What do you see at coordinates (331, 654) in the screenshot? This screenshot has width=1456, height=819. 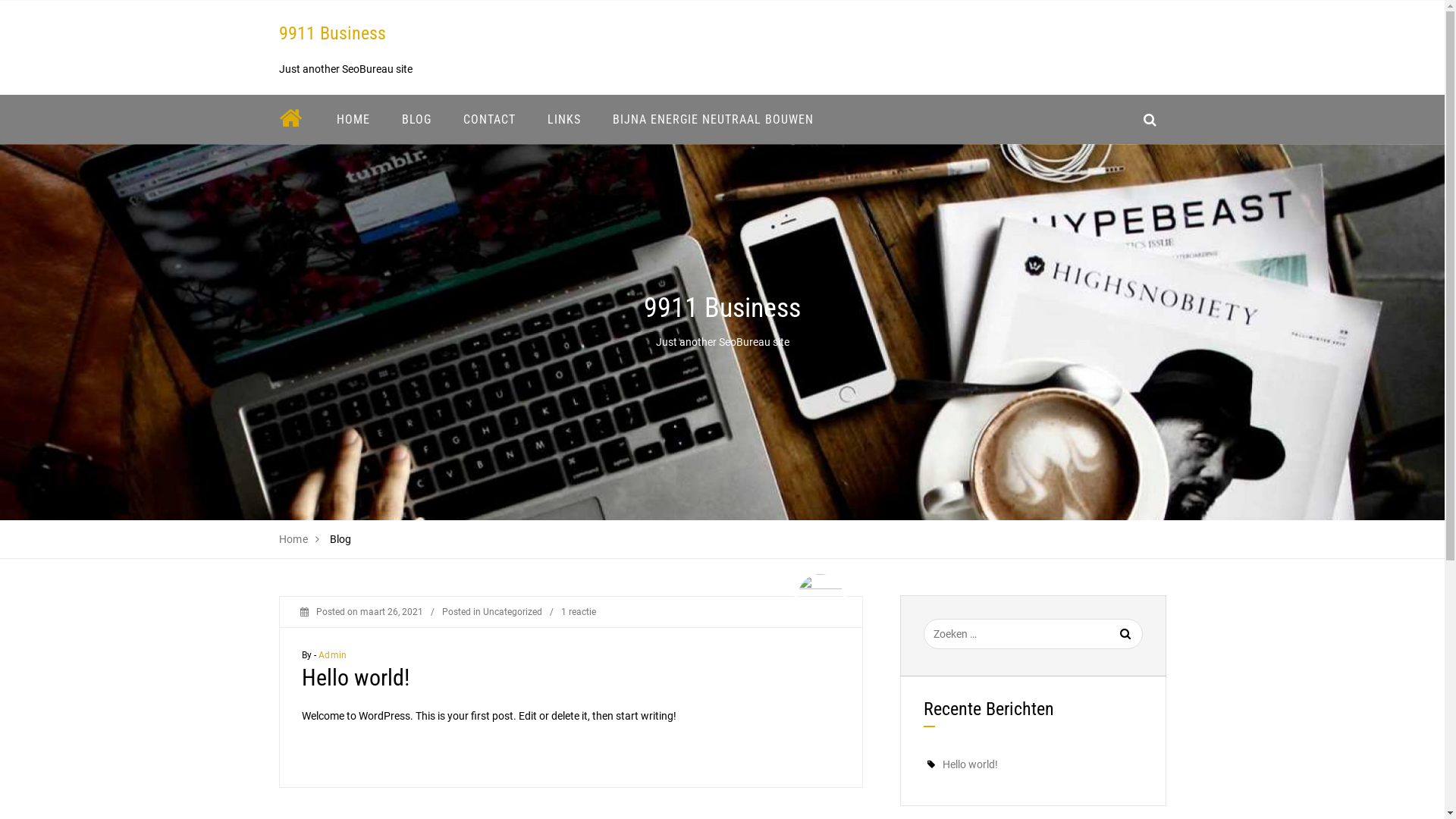 I see `'Admin'` at bounding box center [331, 654].